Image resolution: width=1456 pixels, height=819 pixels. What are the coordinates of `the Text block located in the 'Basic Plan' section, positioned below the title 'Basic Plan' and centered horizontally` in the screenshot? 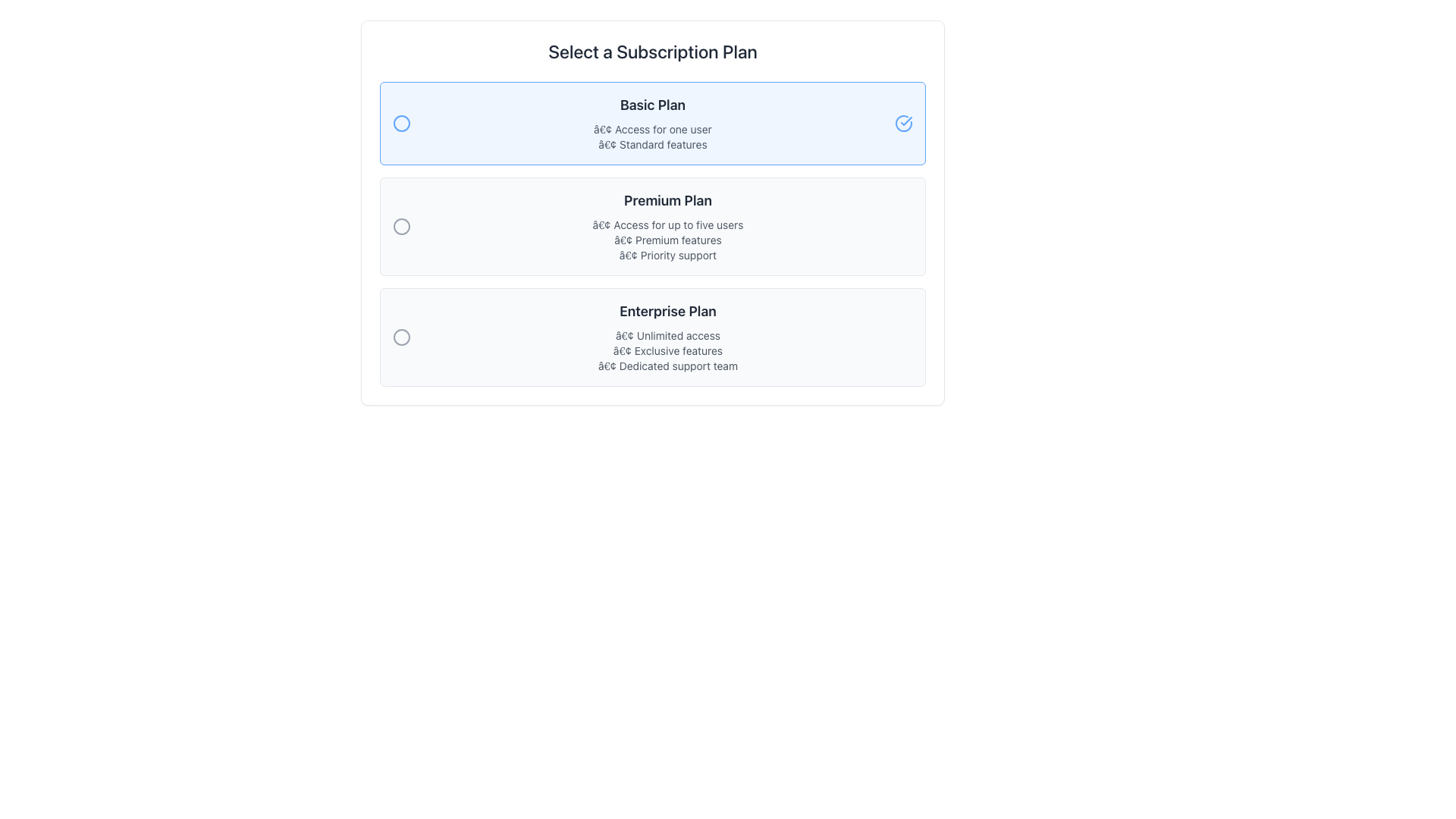 It's located at (652, 137).